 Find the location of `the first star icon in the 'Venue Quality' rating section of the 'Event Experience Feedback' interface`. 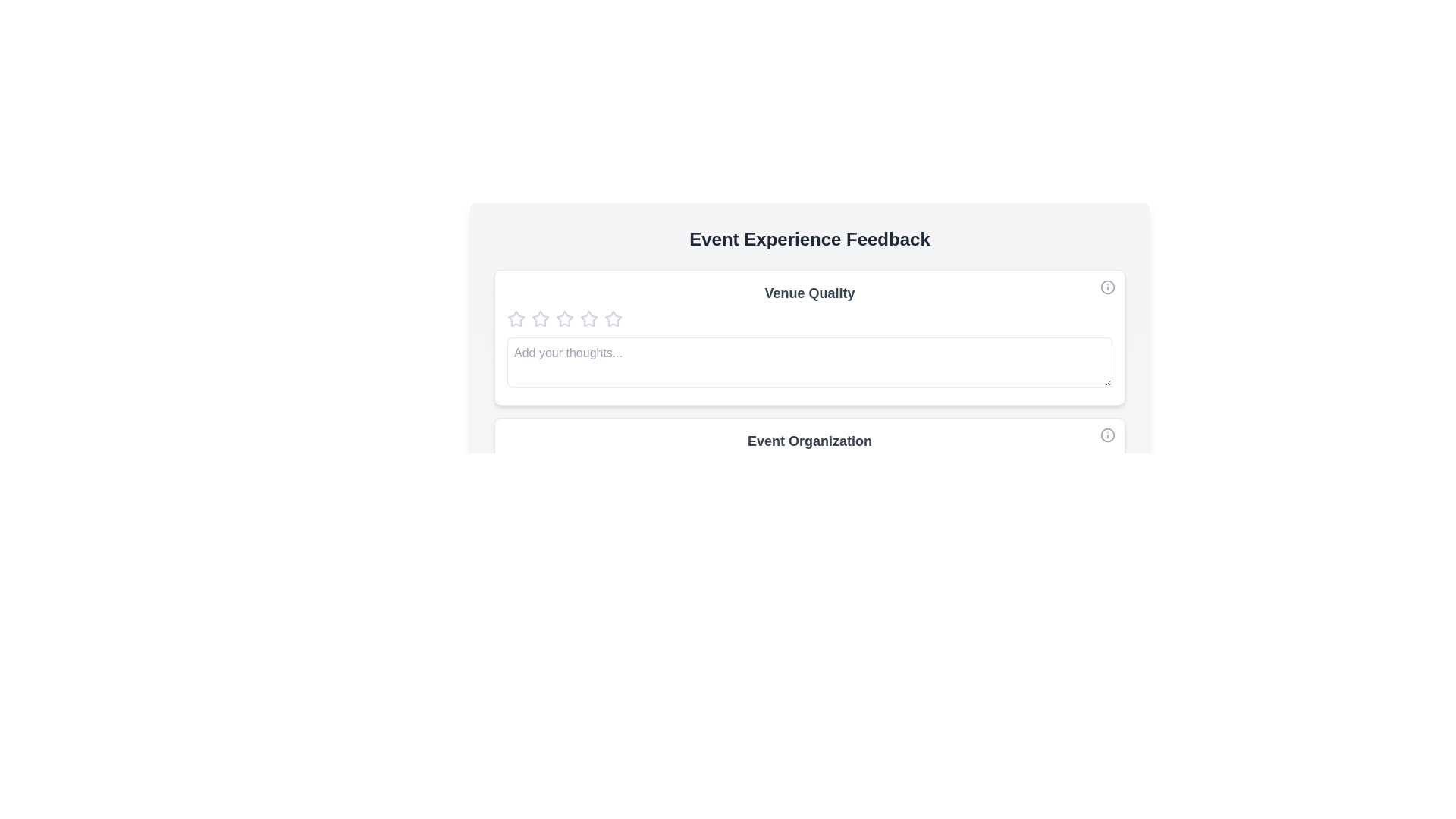

the first star icon in the 'Venue Quality' rating section of the 'Event Experience Feedback' interface is located at coordinates (516, 318).